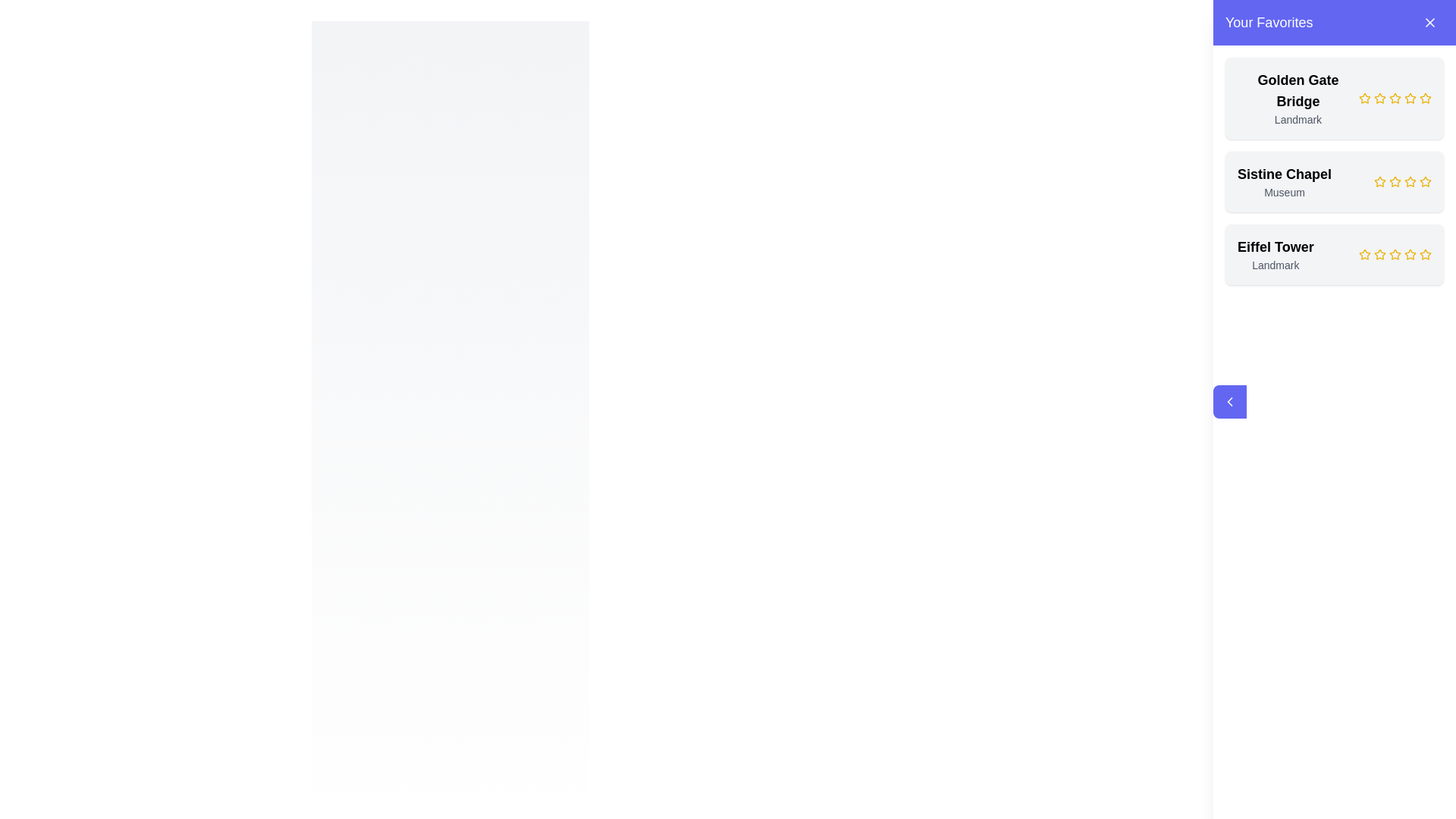  Describe the element at coordinates (1425, 253) in the screenshot. I see `the fifth star icon in the five-star rating system to set a rating for 'Eiffel Tower' in the 'Your Favorites' panel` at that location.